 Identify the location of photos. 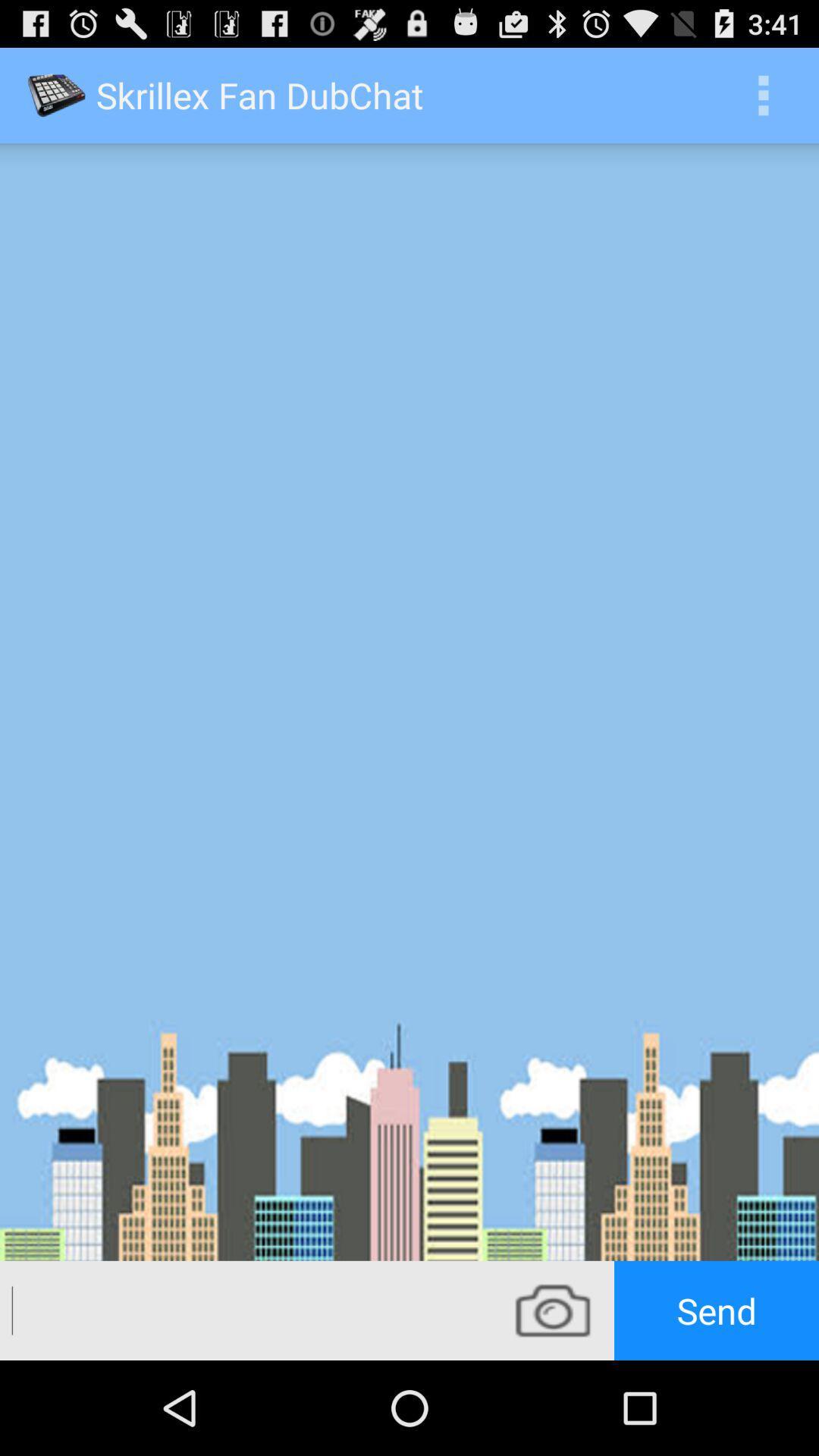
(553, 1310).